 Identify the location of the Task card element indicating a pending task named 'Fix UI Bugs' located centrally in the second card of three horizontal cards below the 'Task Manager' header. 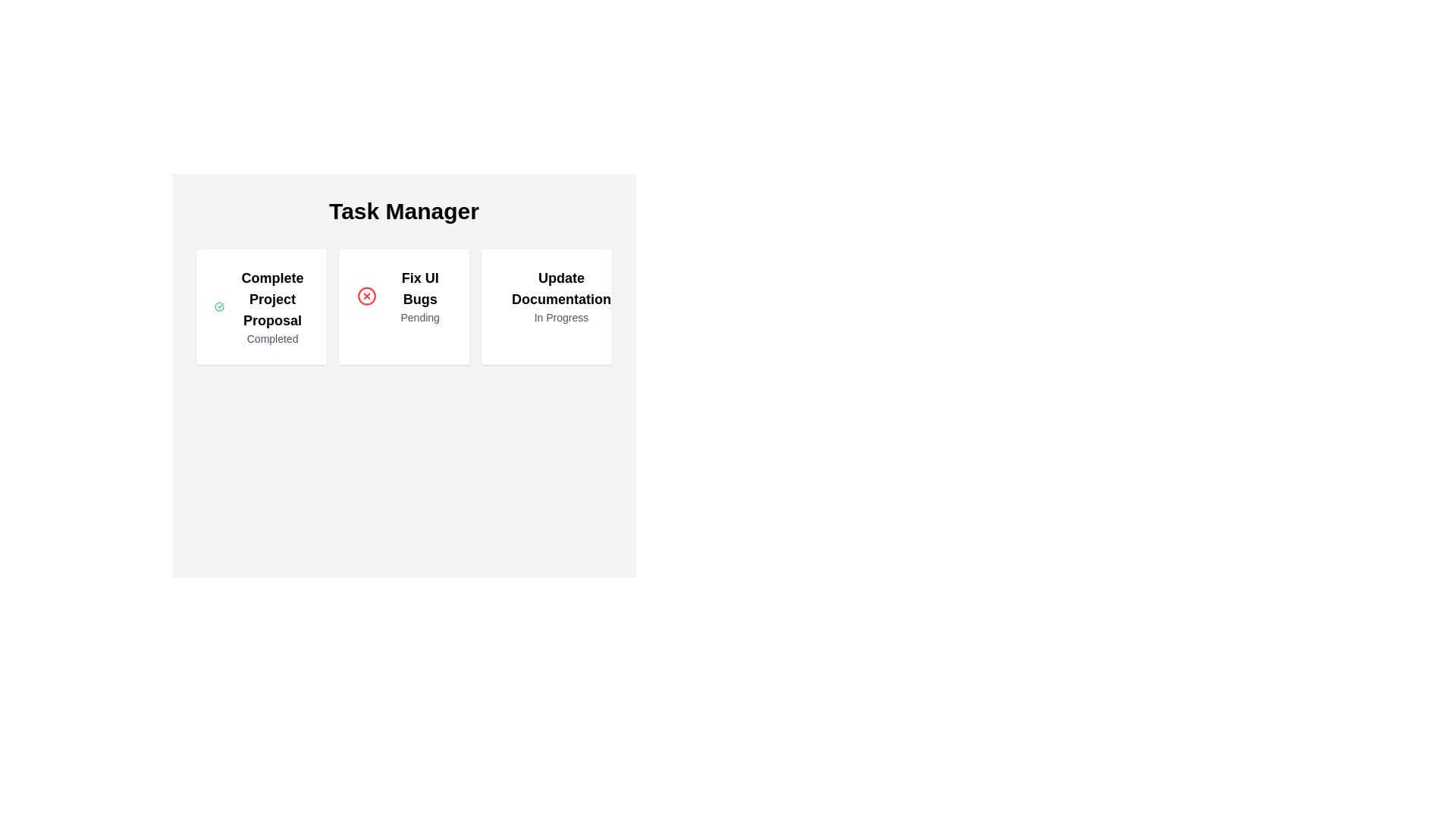
(403, 296).